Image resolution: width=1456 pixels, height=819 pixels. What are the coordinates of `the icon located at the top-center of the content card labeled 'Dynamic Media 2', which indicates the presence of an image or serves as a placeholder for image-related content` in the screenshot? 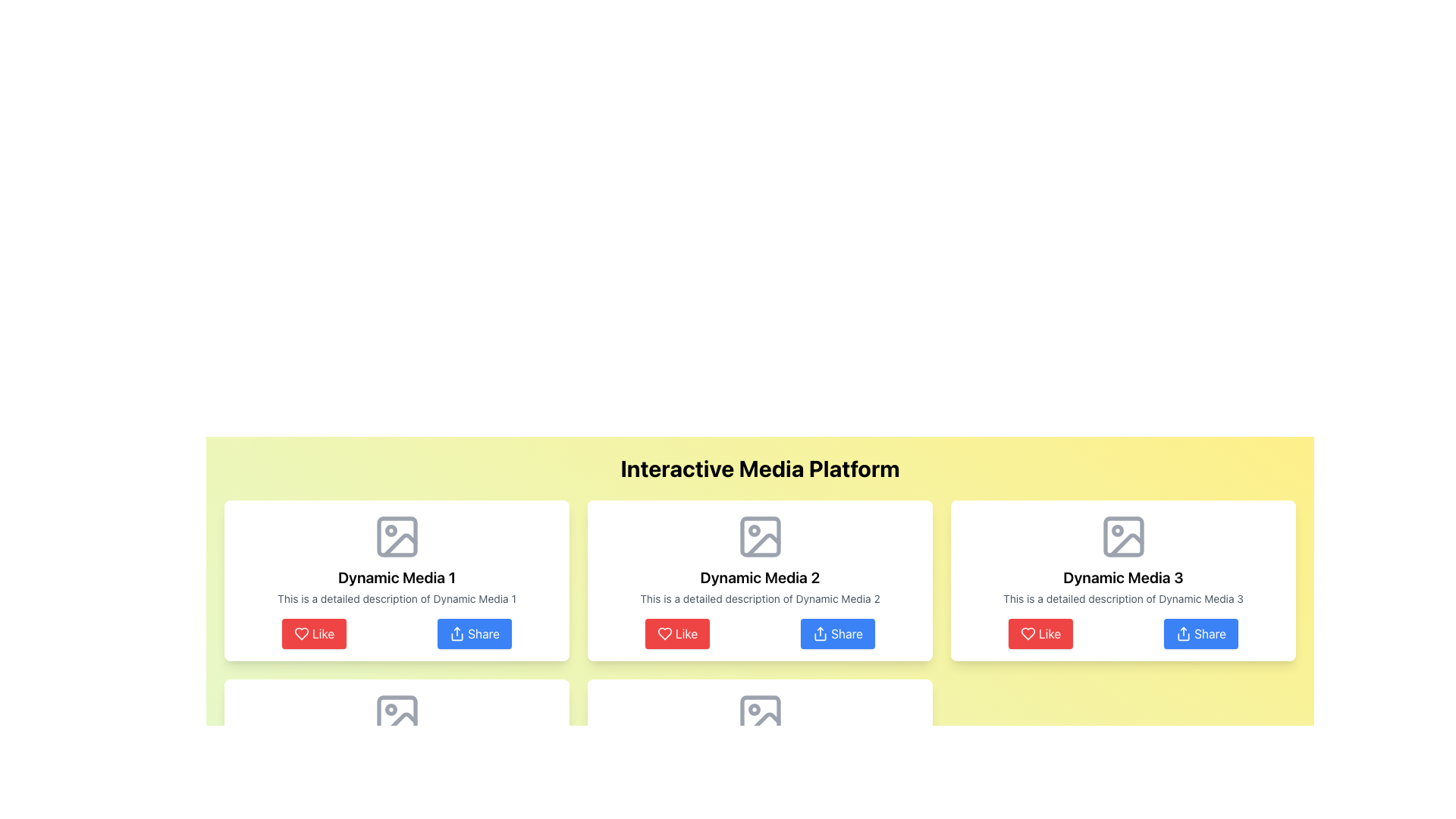 It's located at (760, 536).